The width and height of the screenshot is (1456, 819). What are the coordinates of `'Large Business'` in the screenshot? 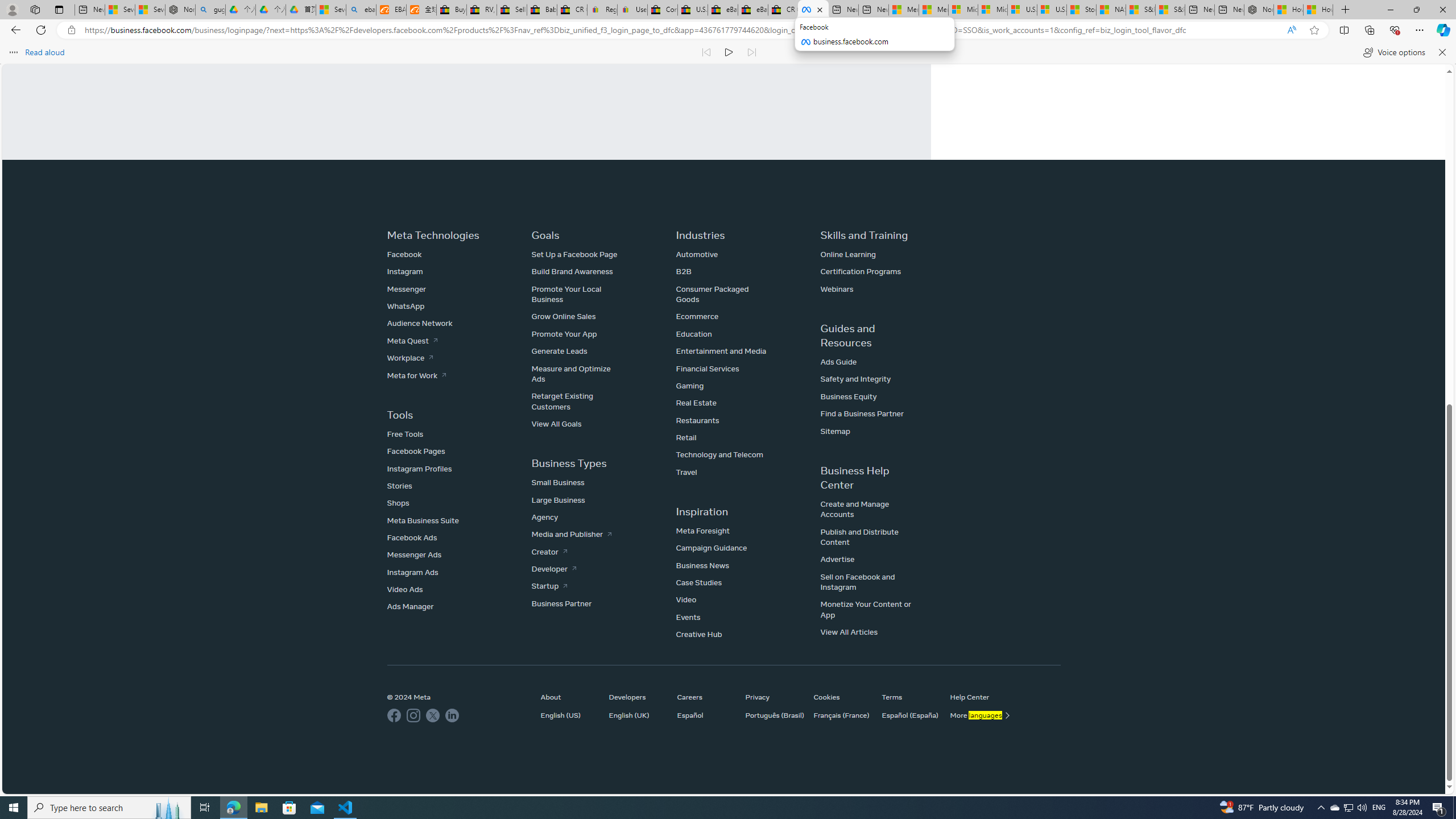 It's located at (558, 499).